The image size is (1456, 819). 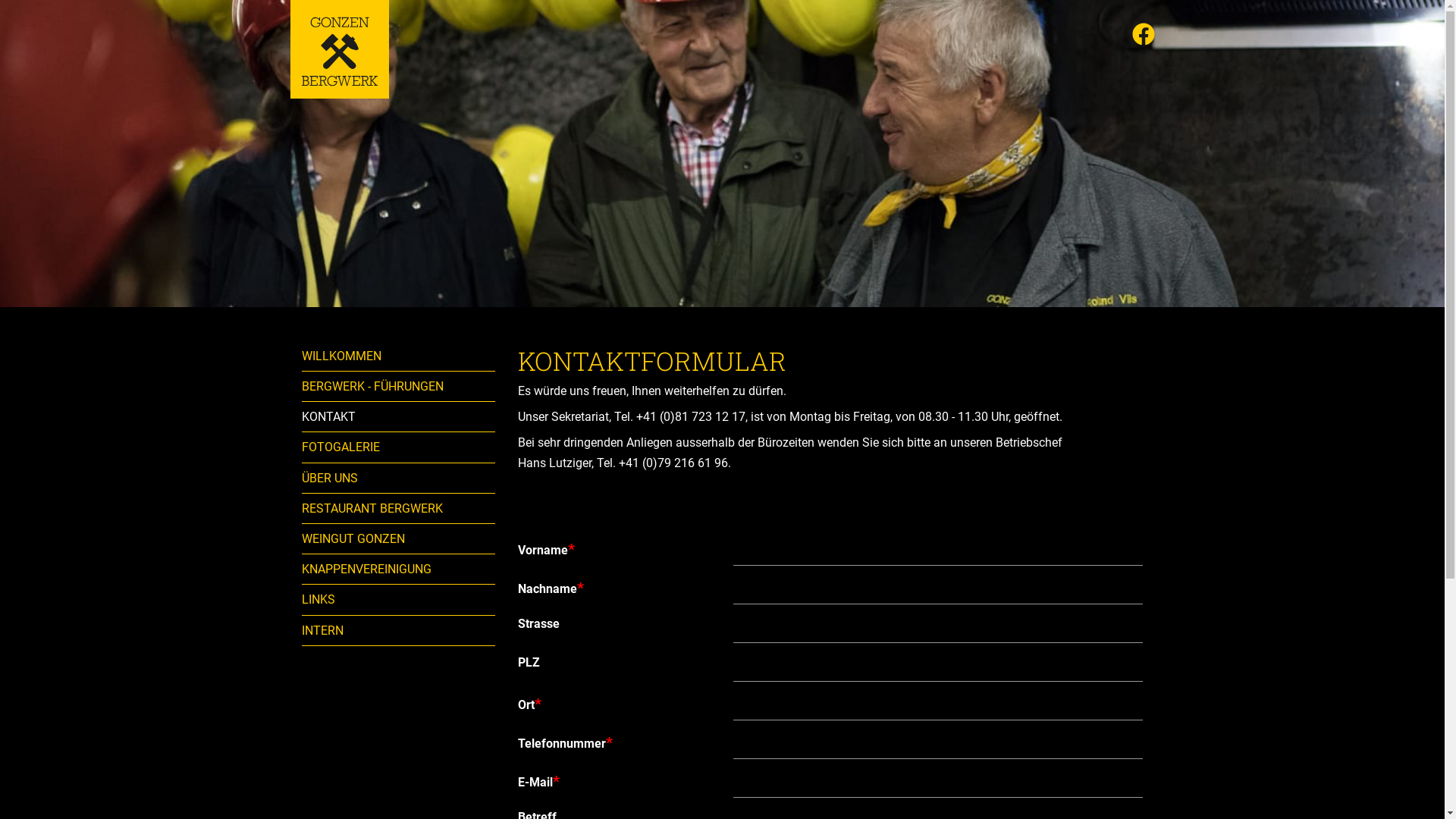 What do you see at coordinates (398, 630) in the screenshot?
I see `'INTERN'` at bounding box center [398, 630].